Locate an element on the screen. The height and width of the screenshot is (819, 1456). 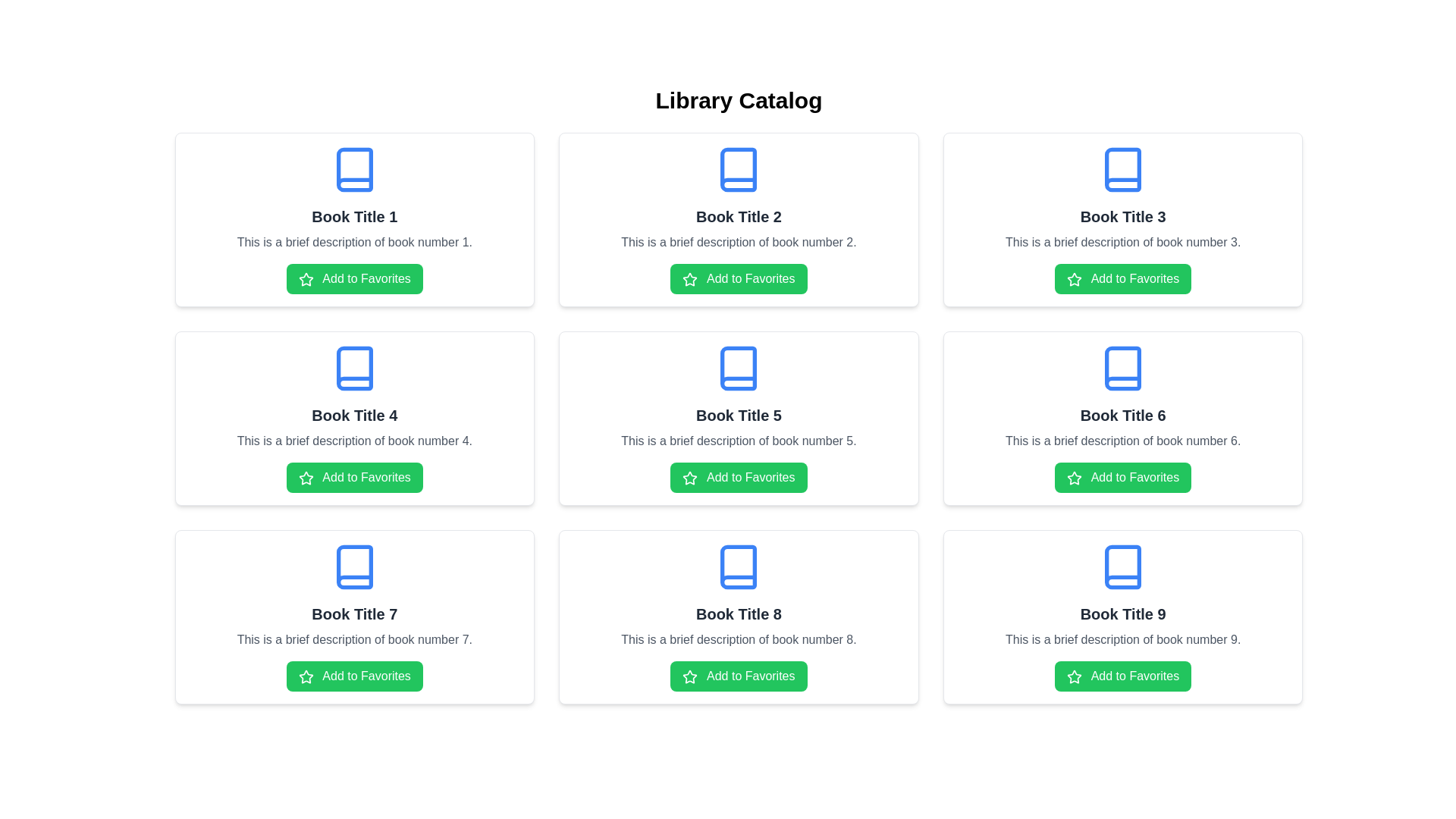
the button to add 'Book Title 2' to favorites, which is located below the book's description and centered within its card is located at coordinates (739, 278).